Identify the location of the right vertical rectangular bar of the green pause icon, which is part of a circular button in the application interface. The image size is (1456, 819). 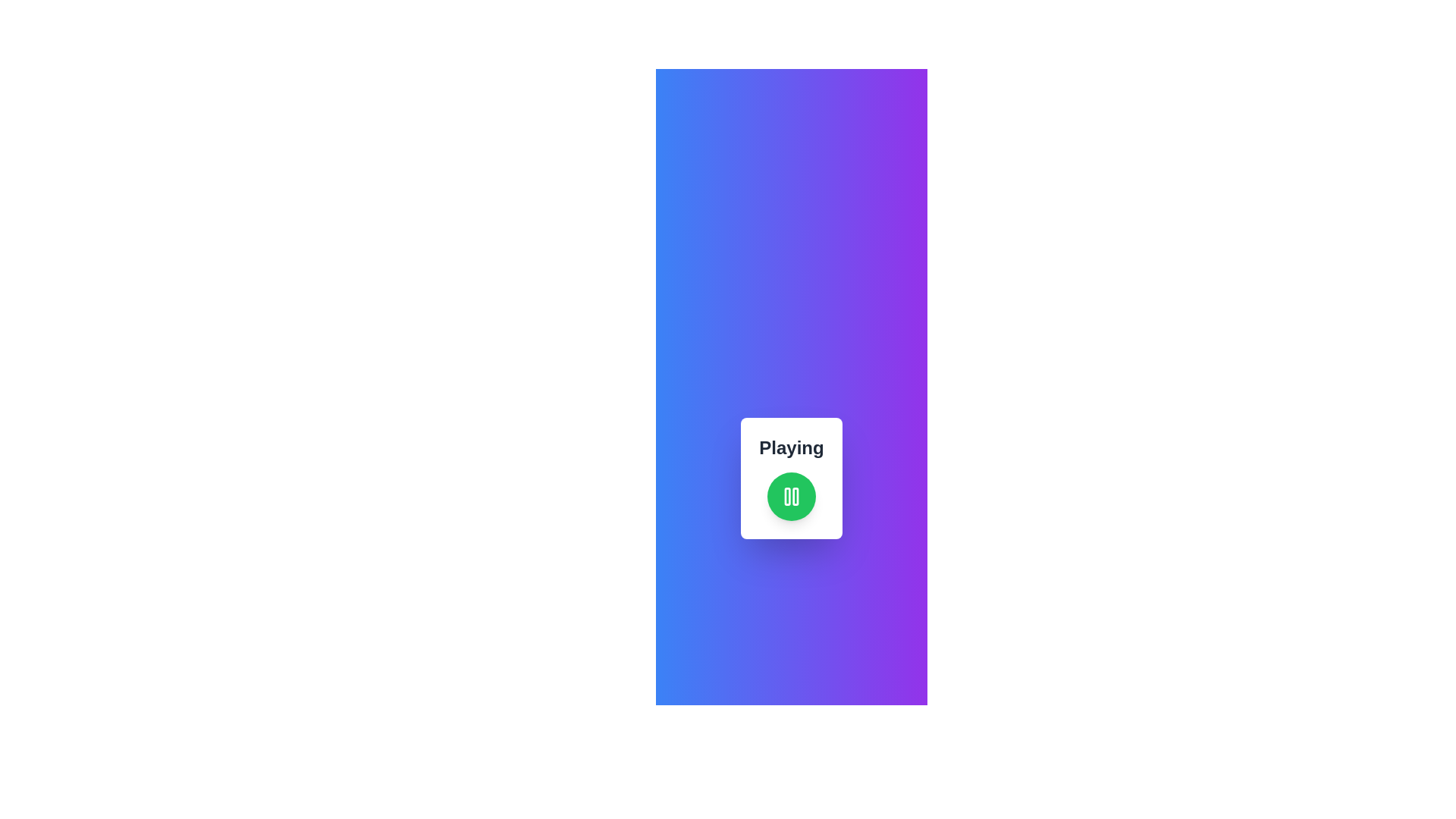
(795, 497).